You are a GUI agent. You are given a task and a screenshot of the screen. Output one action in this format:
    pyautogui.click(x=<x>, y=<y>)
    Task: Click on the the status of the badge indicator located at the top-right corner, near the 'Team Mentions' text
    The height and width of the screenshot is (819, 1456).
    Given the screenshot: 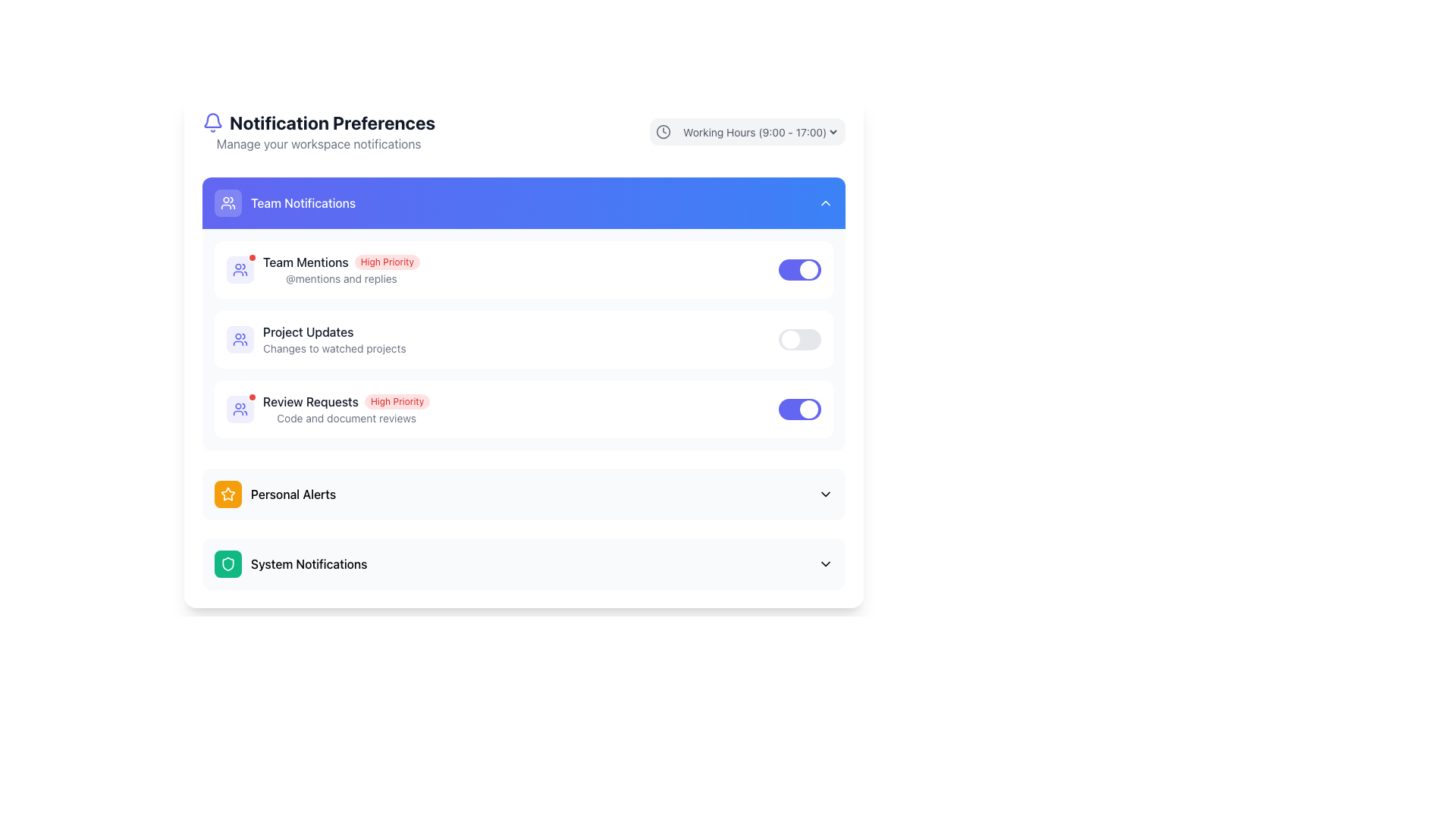 What is the action you would take?
    pyautogui.click(x=252, y=397)
    